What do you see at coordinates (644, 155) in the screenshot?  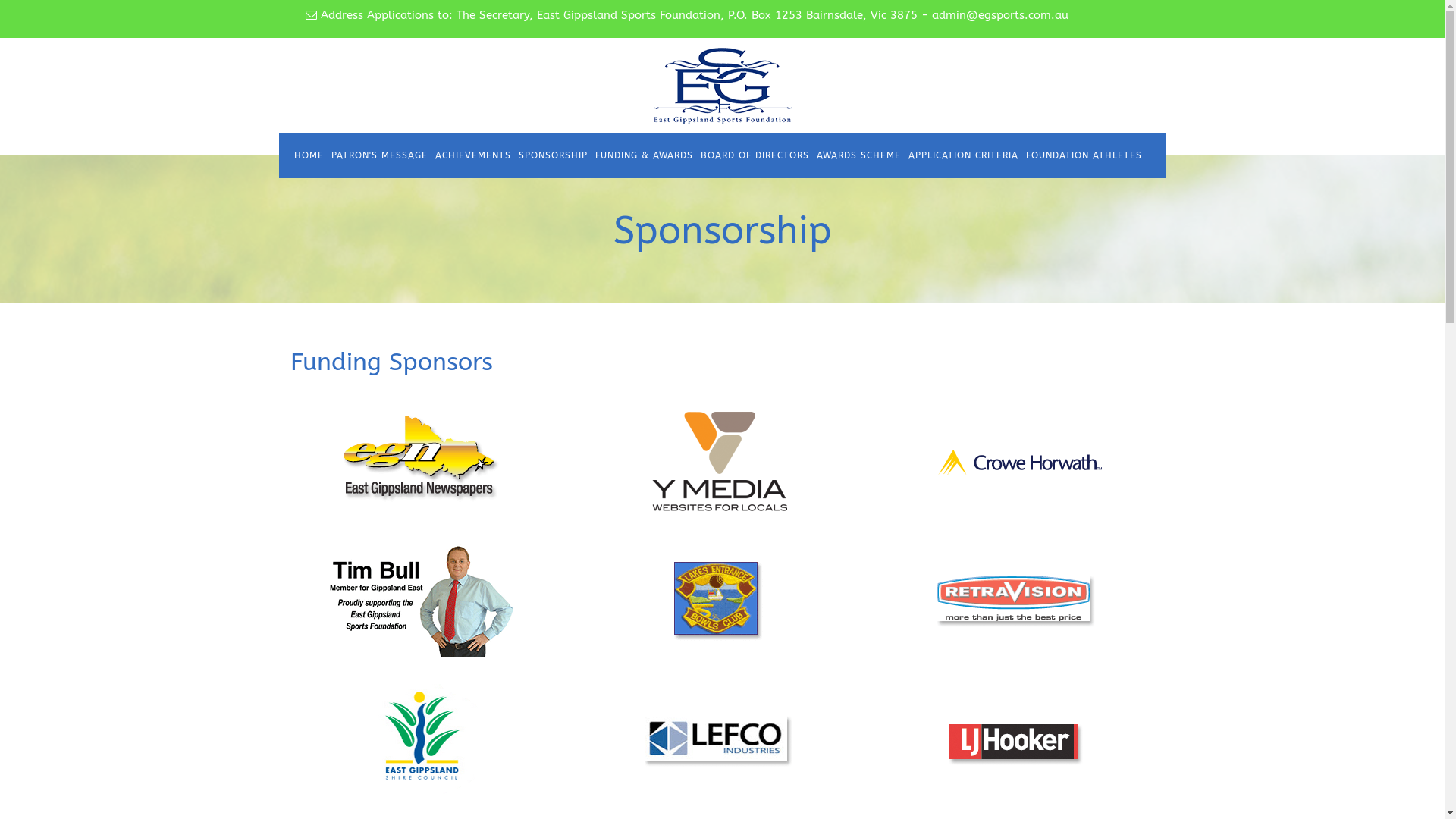 I see `'FUNDING & AWARDS'` at bounding box center [644, 155].